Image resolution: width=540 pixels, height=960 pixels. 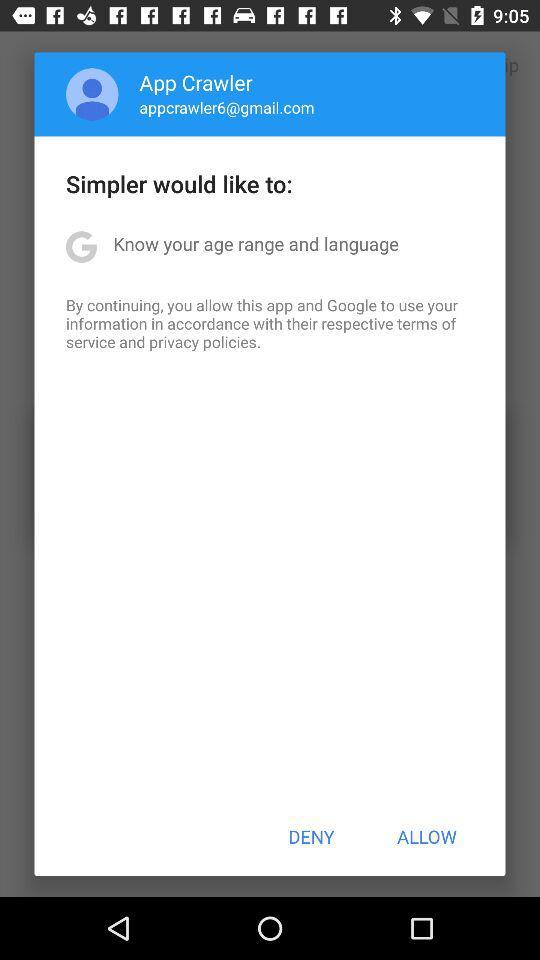 What do you see at coordinates (311, 836) in the screenshot?
I see `item at the bottom` at bounding box center [311, 836].